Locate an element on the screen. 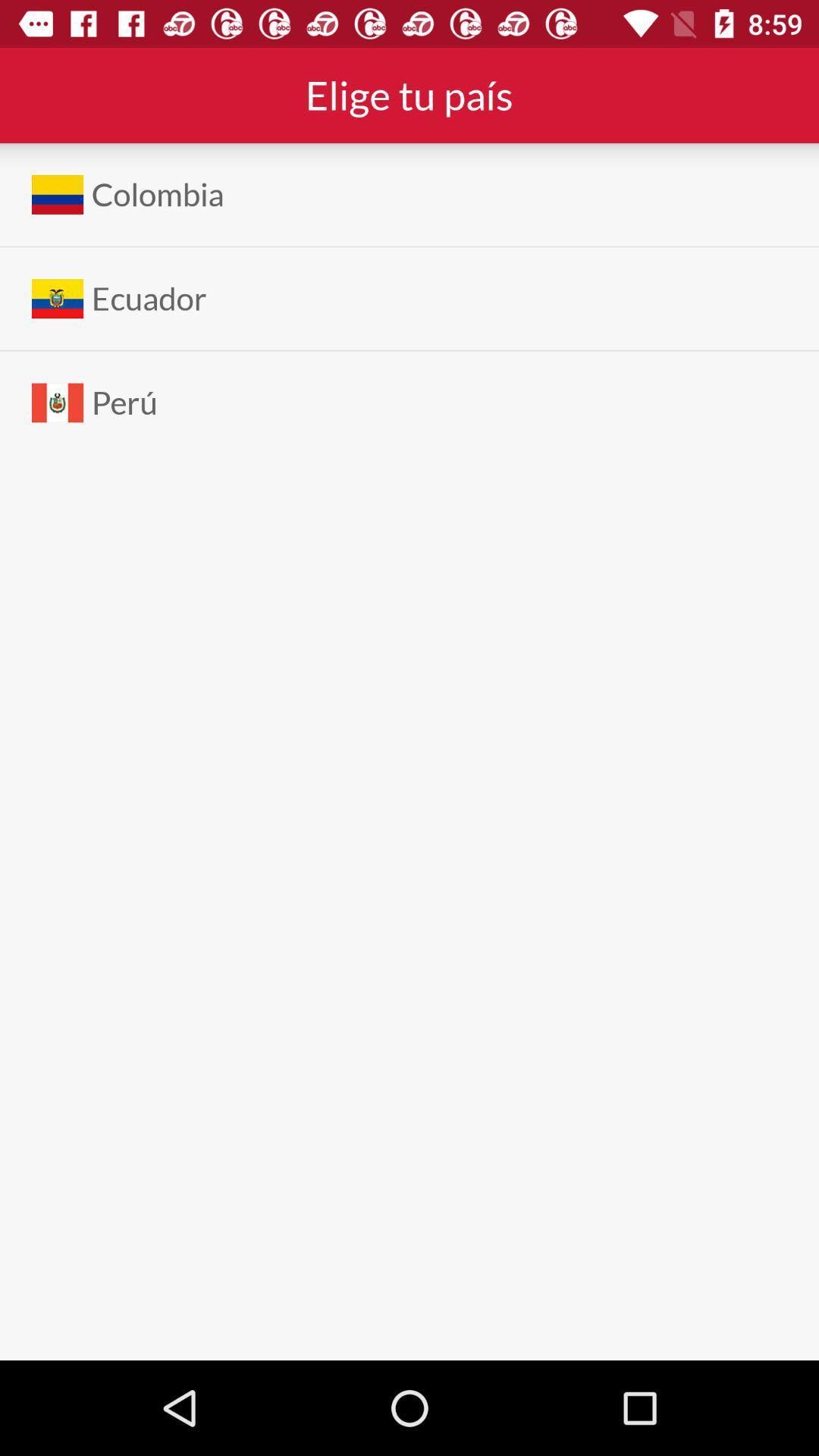  the ecuador app is located at coordinates (149, 299).